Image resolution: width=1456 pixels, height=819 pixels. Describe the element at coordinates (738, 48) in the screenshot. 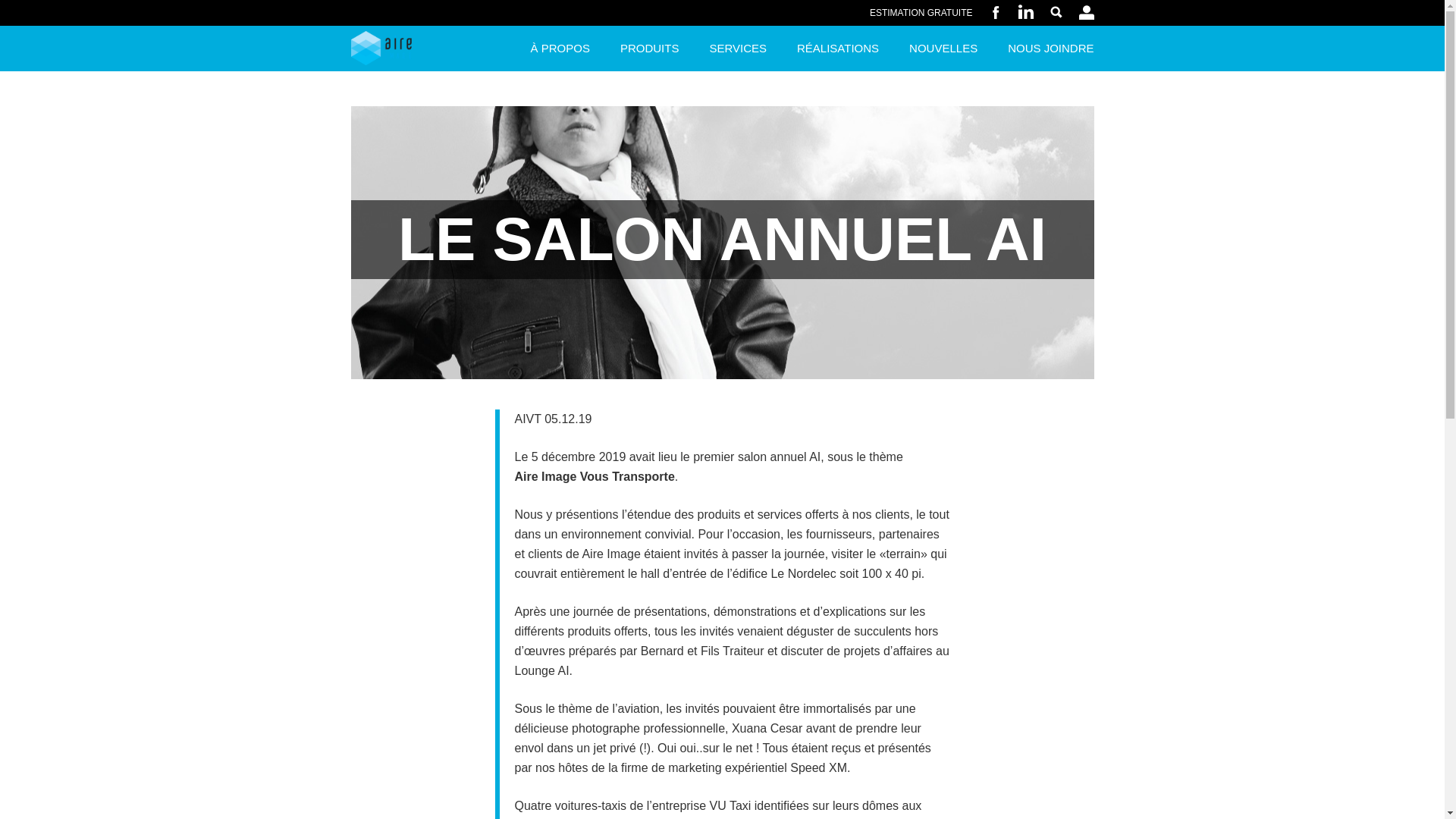

I see `'SERVICES'` at that location.